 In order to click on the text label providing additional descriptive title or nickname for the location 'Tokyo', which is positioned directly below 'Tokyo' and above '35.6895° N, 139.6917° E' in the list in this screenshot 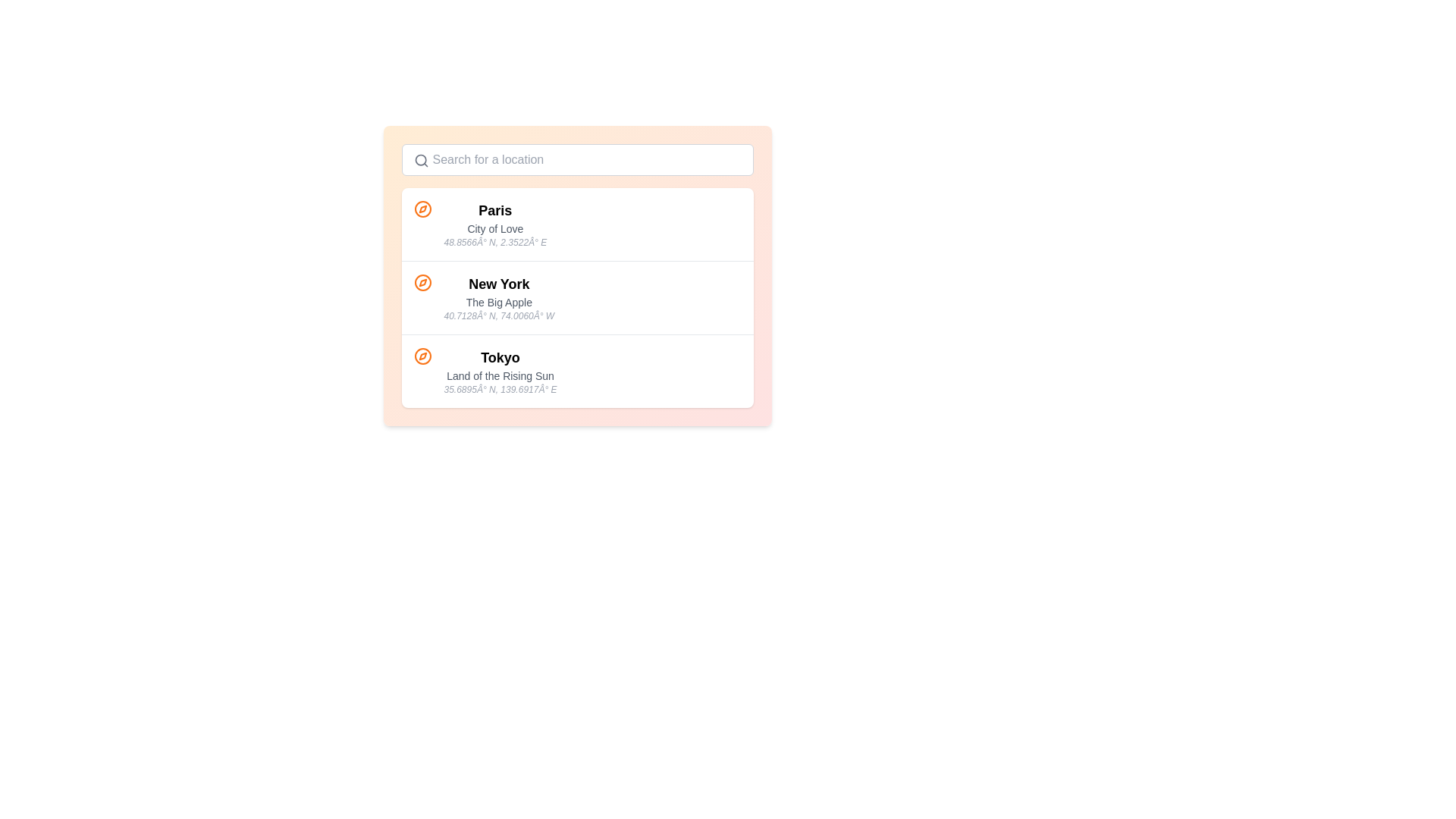, I will do `click(500, 375)`.